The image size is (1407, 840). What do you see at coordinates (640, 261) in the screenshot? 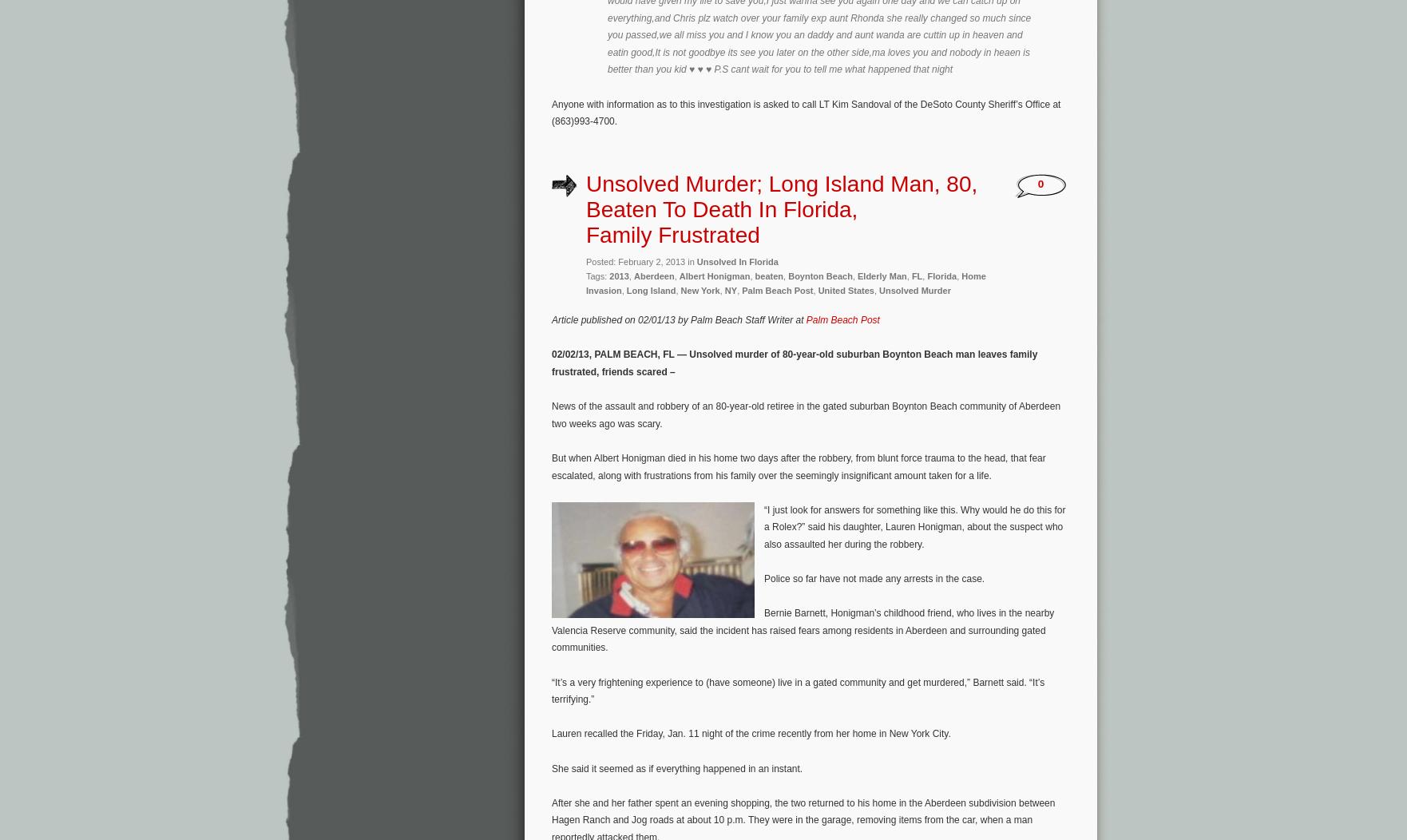
I see `'Posted: February 2, 2013 in'` at bounding box center [640, 261].